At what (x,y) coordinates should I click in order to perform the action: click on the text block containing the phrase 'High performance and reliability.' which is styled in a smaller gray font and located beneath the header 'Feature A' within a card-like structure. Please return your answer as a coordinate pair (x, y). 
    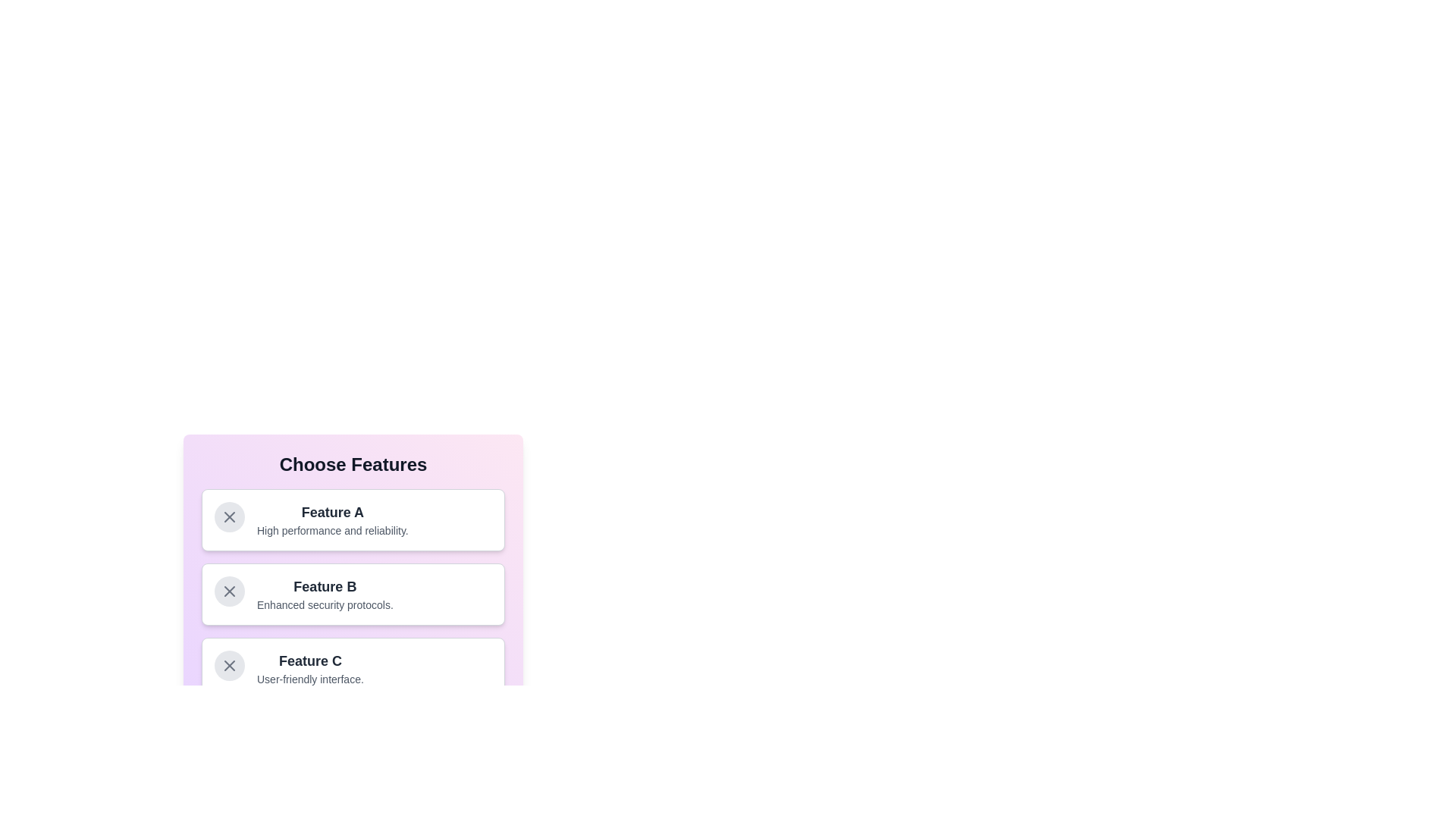
    Looking at the image, I should click on (331, 529).